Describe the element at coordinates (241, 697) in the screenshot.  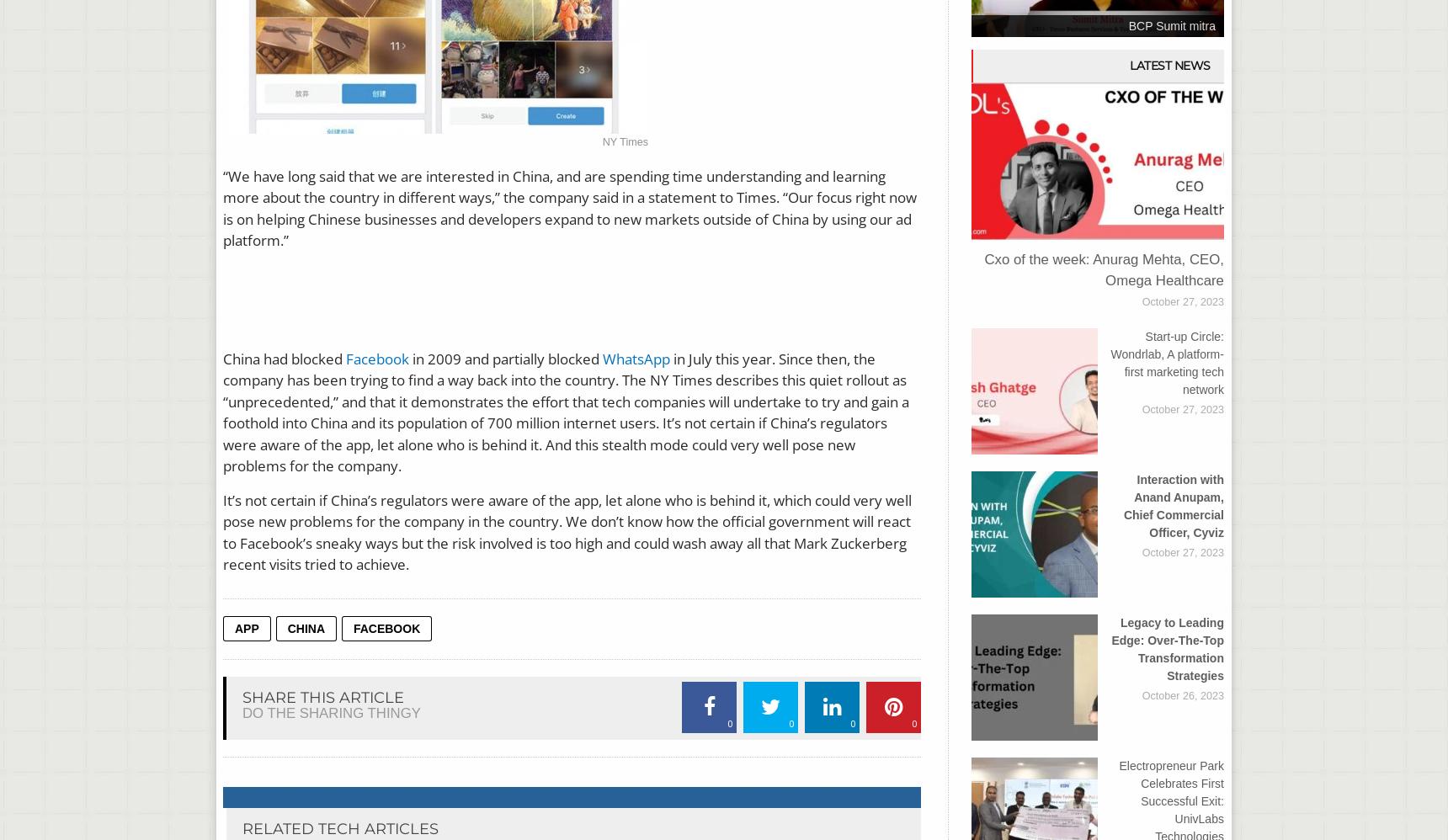
I see `'Share This Article'` at that location.